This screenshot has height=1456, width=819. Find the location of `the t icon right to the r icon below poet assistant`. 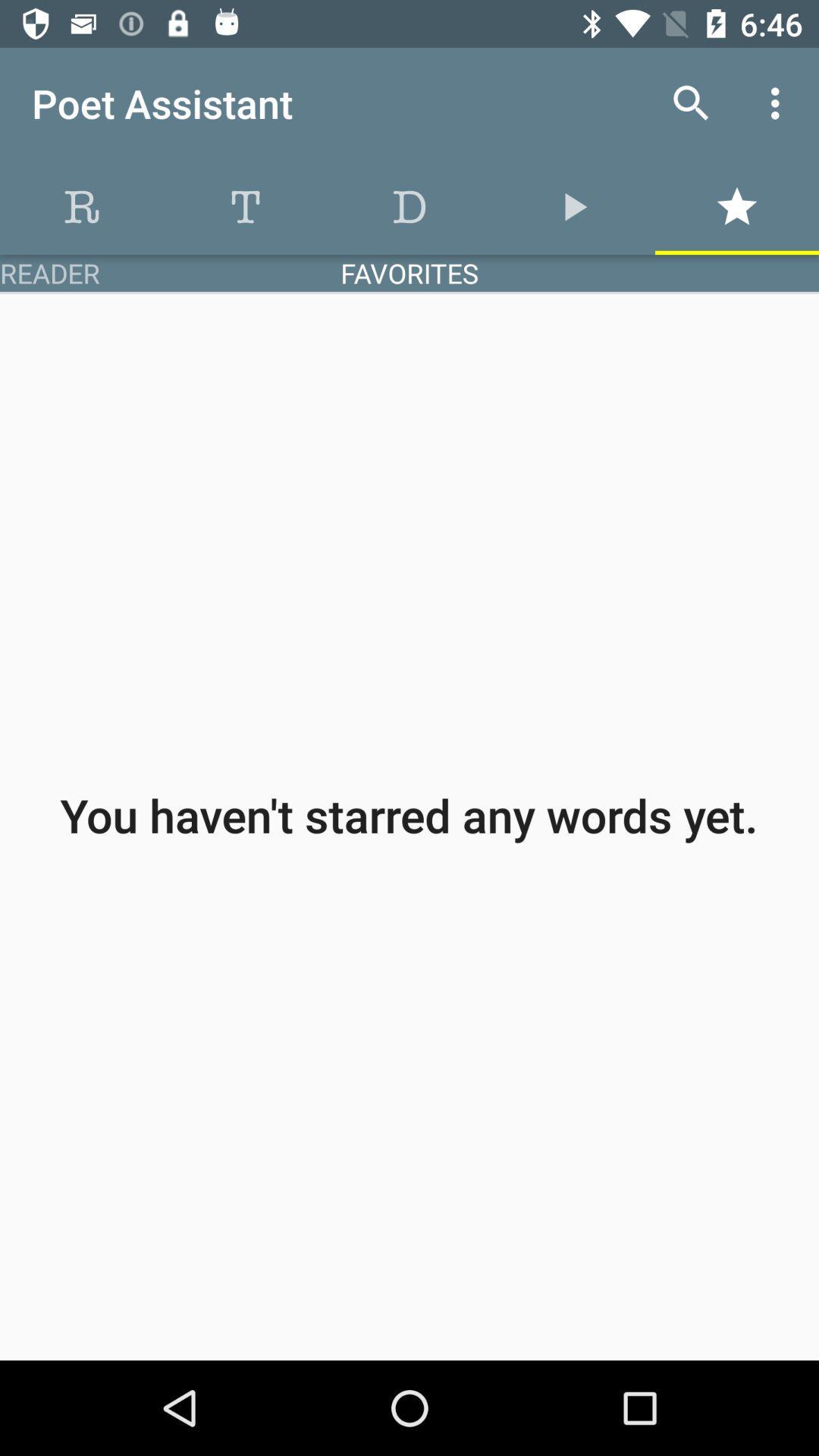

the t icon right to the r icon below poet assistant is located at coordinates (245, 206).